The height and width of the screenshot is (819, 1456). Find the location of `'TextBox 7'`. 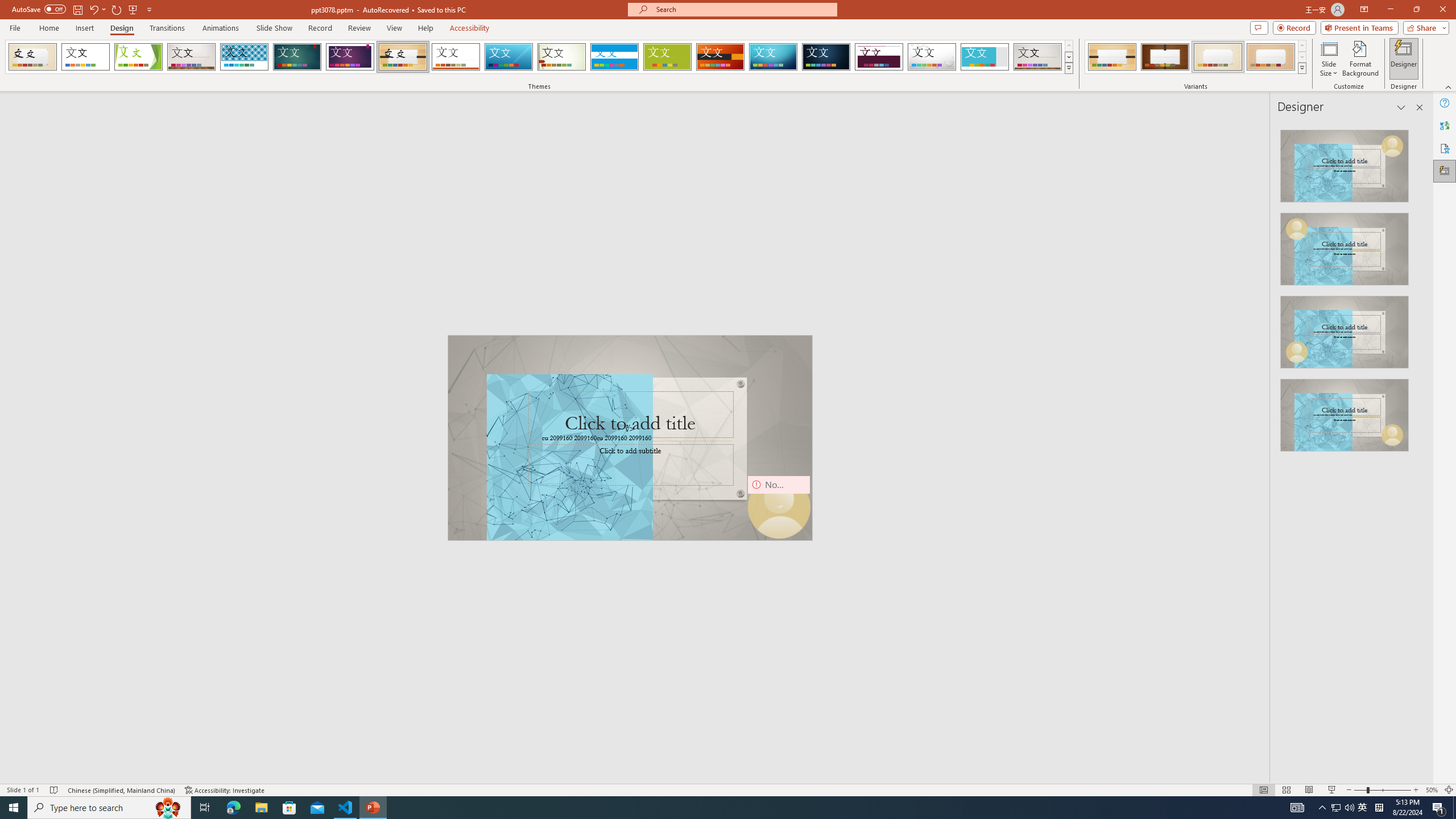

'TextBox 7' is located at coordinates (626, 429).